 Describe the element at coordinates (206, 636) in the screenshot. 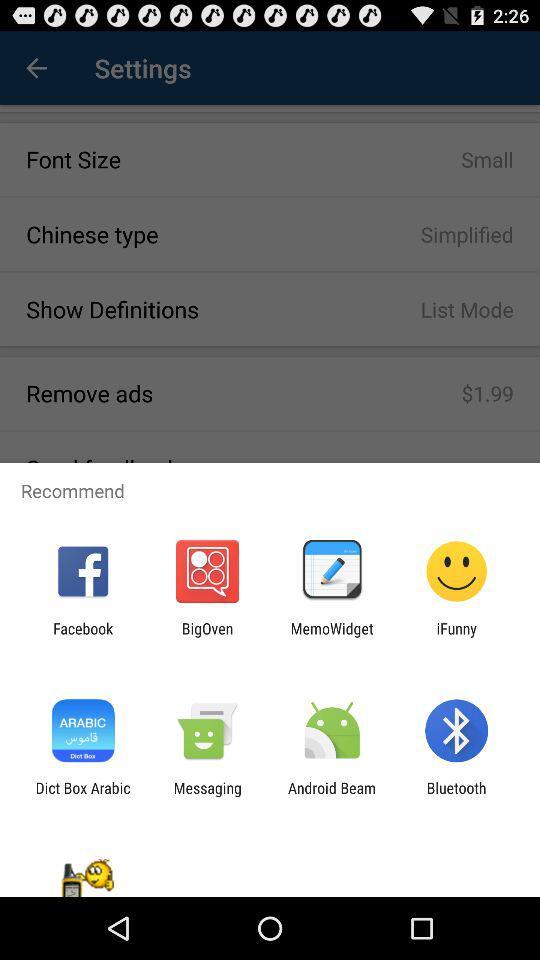

I see `icon next to facebook icon` at that location.